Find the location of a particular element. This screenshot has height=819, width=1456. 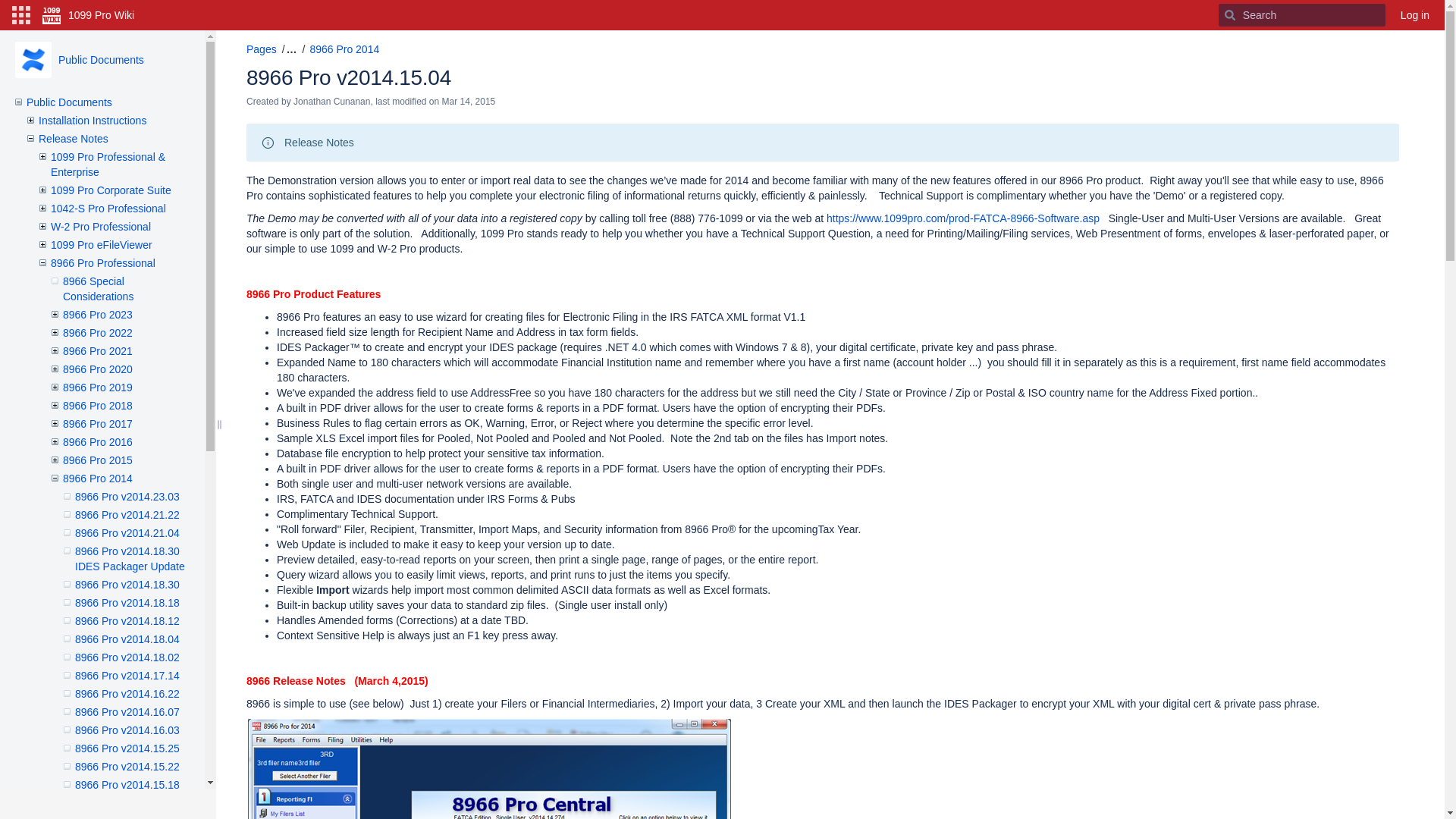

'8966 Pro v2014.21.04' is located at coordinates (127, 532).